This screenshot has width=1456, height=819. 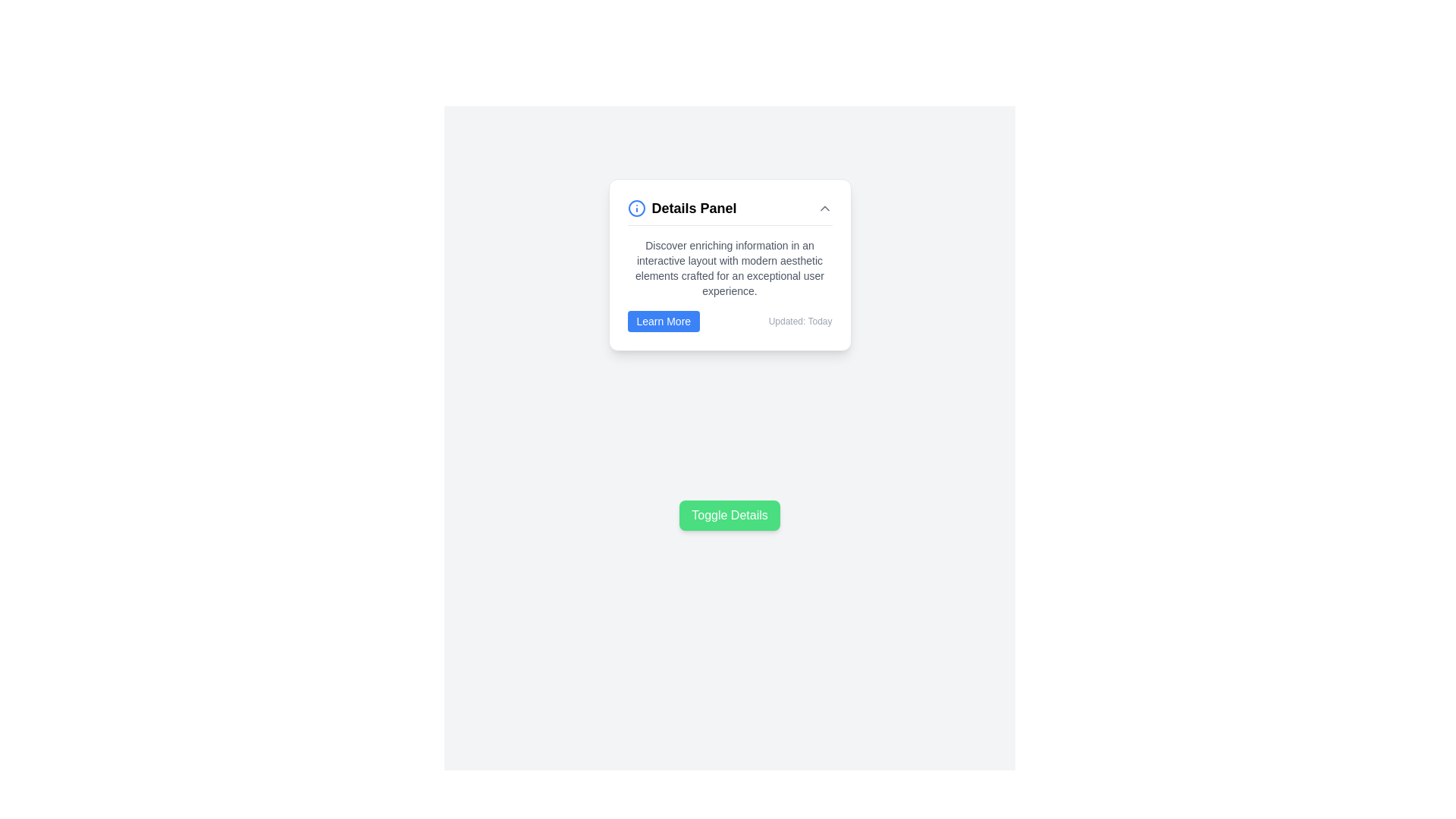 What do you see at coordinates (693, 208) in the screenshot?
I see `title text located at the top center of the card, positioned immediately to the right of the blue information icon` at bounding box center [693, 208].